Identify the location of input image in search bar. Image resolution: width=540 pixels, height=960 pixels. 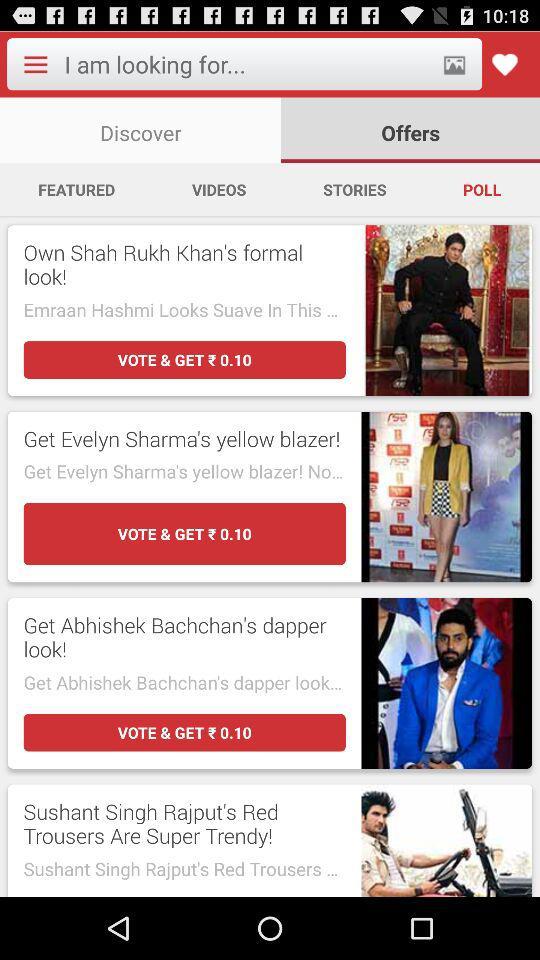
(454, 64).